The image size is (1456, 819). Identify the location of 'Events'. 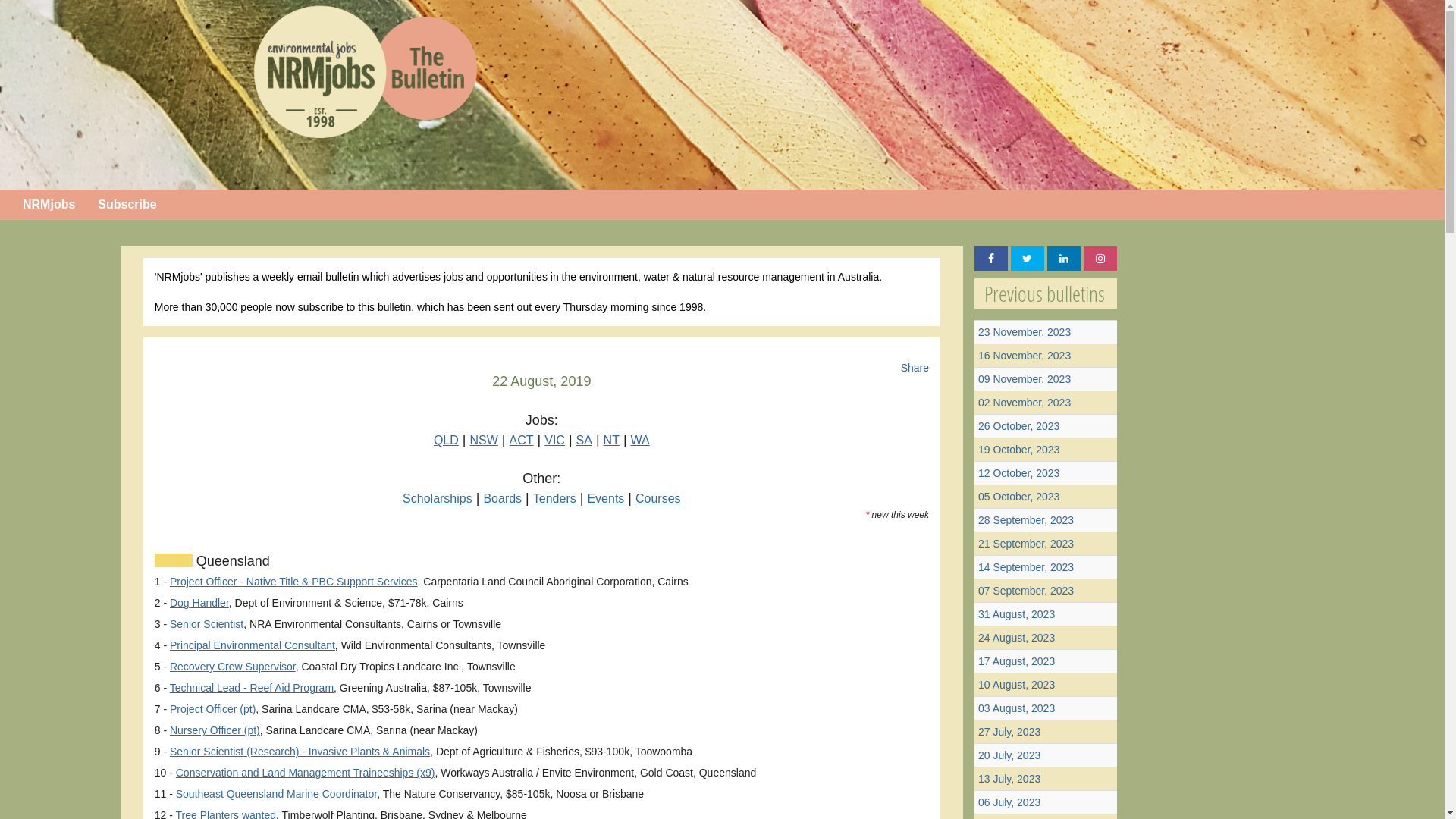
(585, 498).